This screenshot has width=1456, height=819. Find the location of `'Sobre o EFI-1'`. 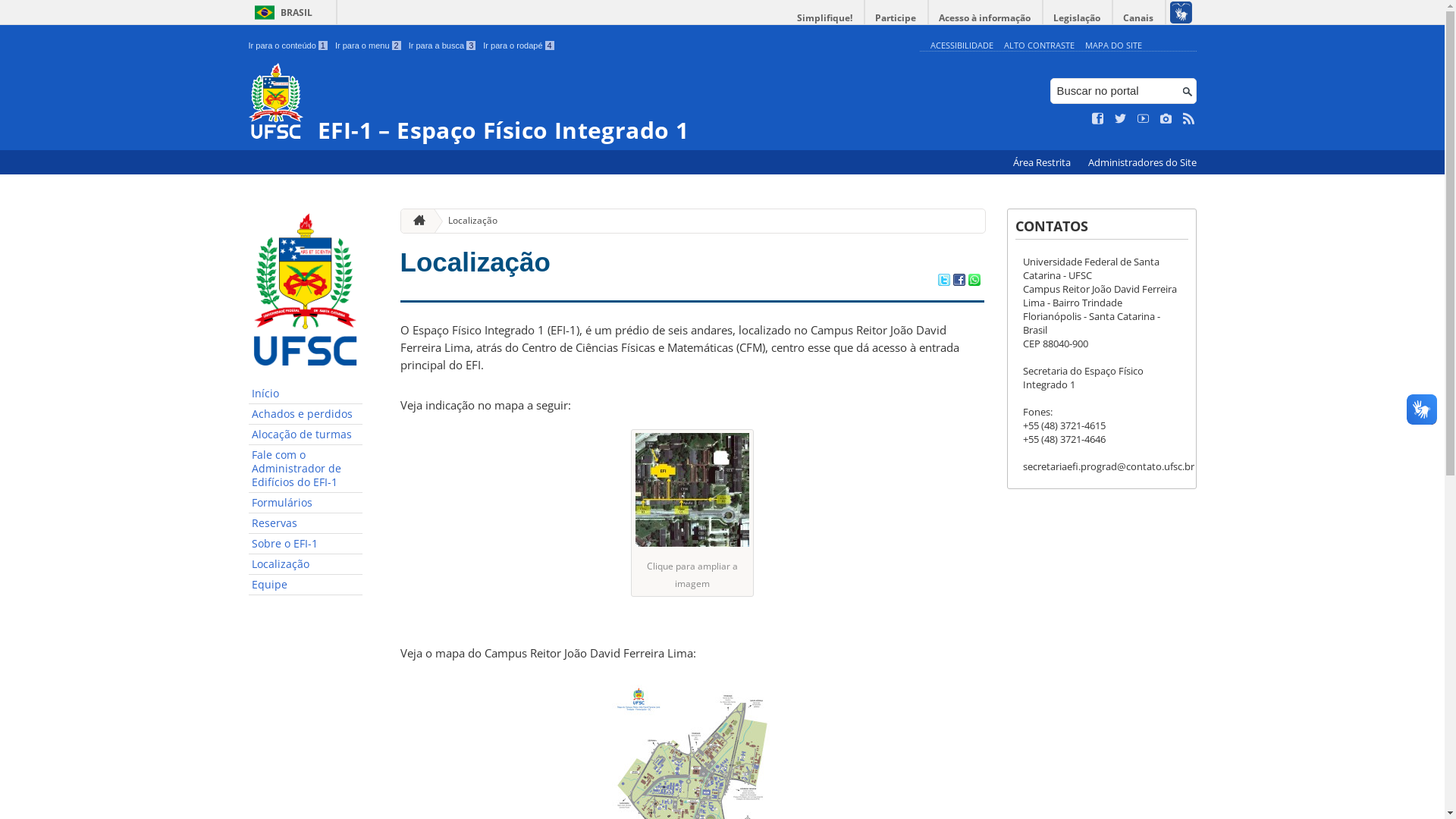

'Sobre o EFI-1' is located at coordinates (305, 543).